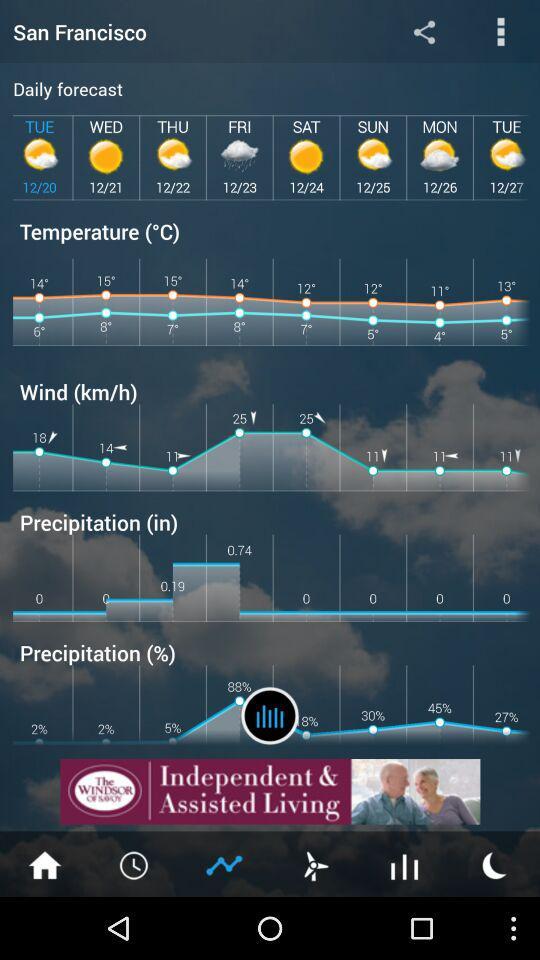 The height and width of the screenshot is (960, 540). Describe the element at coordinates (44, 863) in the screenshot. I see `go home` at that location.